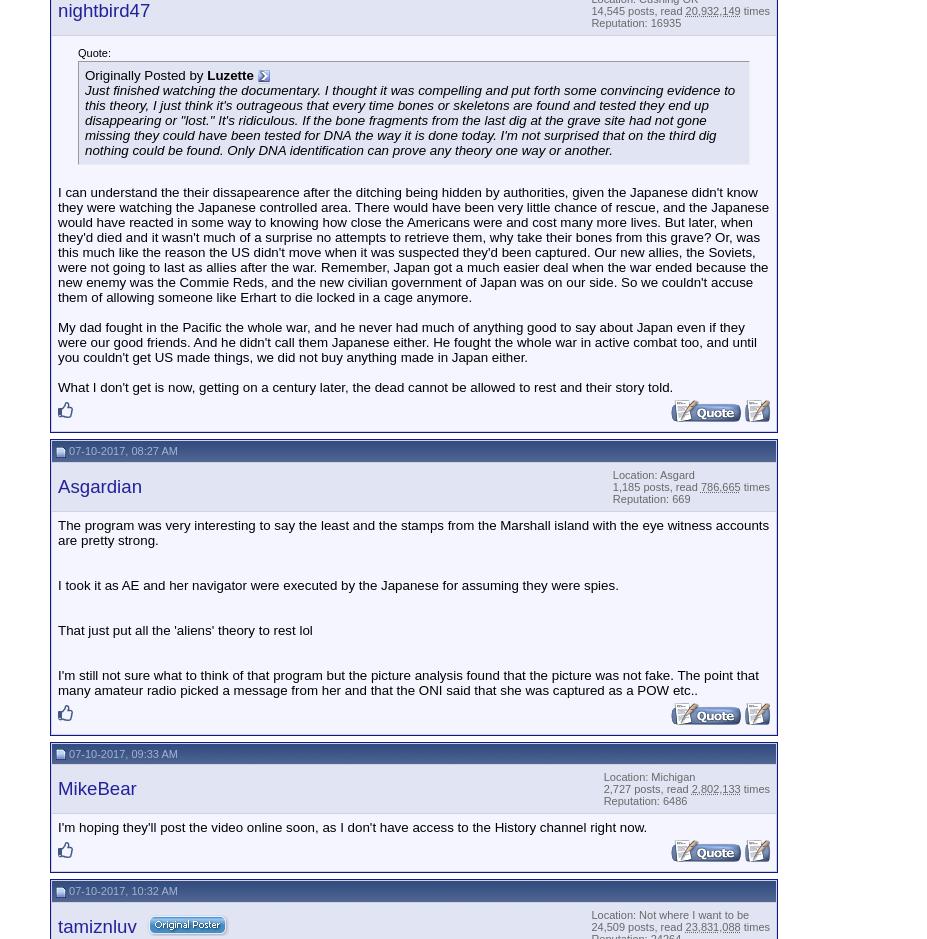 Image resolution: width=927 pixels, height=939 pixels. What do you see at coordinates (57, 244) in the screenshot?
I see `'I can understand the their dissapearence after the ditching being hidden by authorities, given the Japanese didn't know they were watching the Japanese controlled area.  There would have been very little chance of rescue, and the Japanese would have reacted in some way to knowing how close the Americans were and cost many more lives.  But later, when they'd died and it wasn't much of a surprise no attempts to retrieve them, why take their bones from this grave?  Or, was this much like the reason the US didn't move when it was suspected they'd been captured.  Our new allies, the Soviets, were not going to last as allies after the war.  Remember, Japan got a much easier deal when the war ended because the new enemy was the Commie Reds, and the new civilian government of Japan was on our side.  So we couldn't accuse them of allowing someone like Erhart to die locked in a cage anymore.'` at bounding box center [57, 244].